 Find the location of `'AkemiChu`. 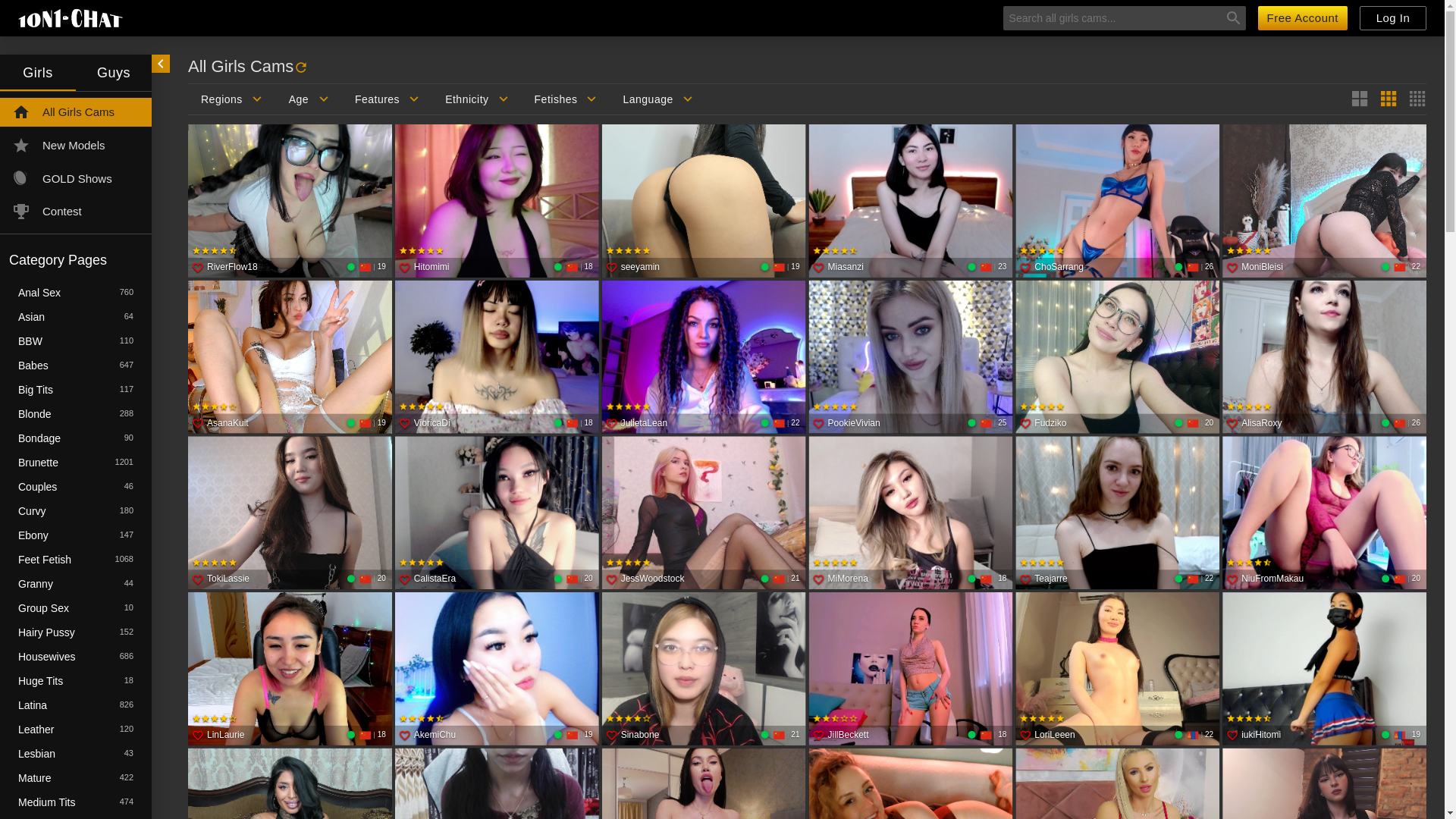

'AkemiChu is located at coordinates (395, 669).